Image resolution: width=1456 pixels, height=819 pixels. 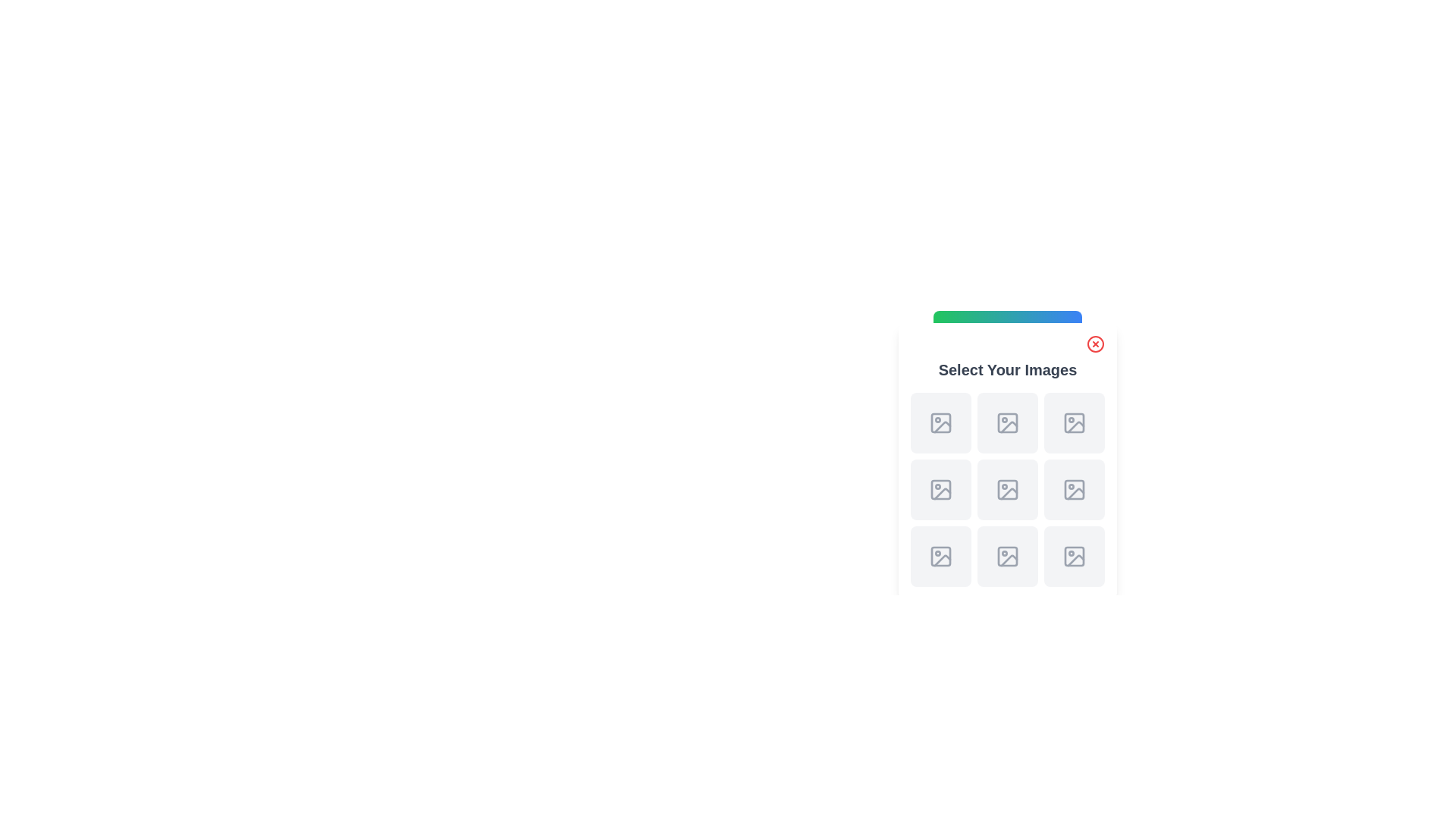 I want to click on the decorative icon for selecting or uploading an image, located in the top row, second column of the 3x3 grid of image placeholders, so click(x=942, y=494).